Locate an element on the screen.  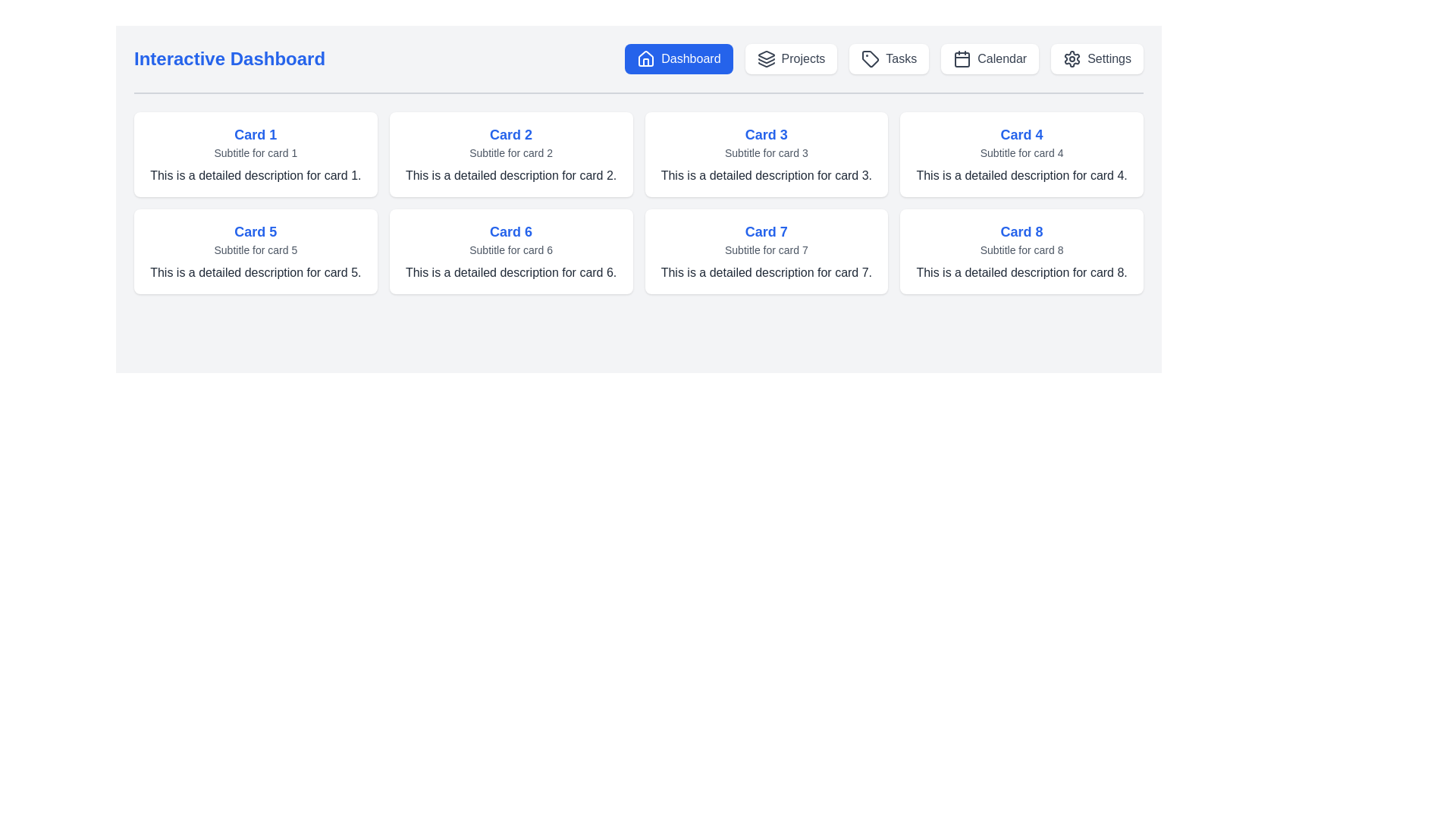
the SVG tag icon located within the 'Tasks' button is located at coordinates (871, 58).